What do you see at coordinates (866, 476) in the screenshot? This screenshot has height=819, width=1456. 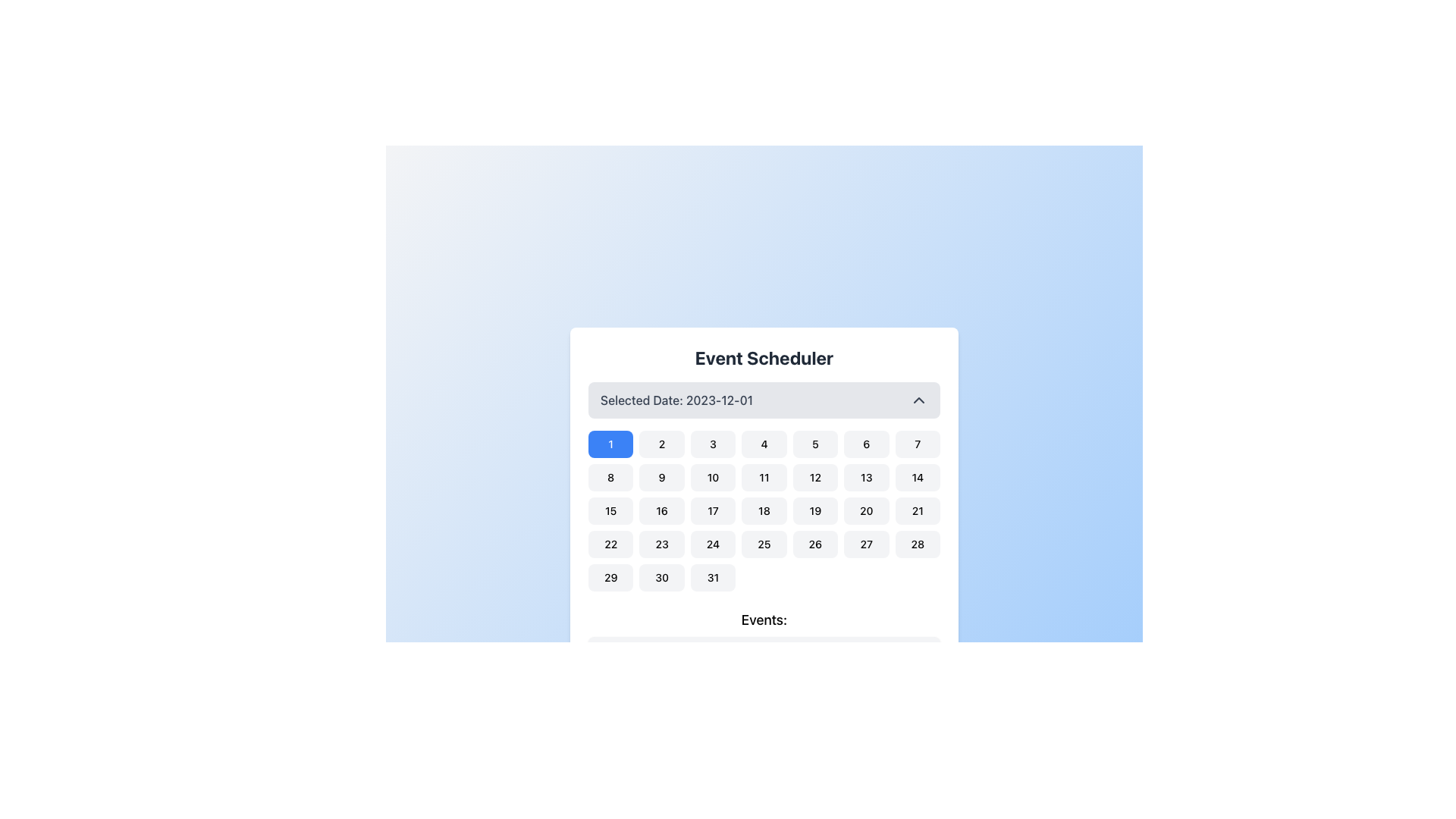 I see `the button labeled '13' which is a rounded rectangular shape on a light gray background, located under the 'Event Scheduler' header in the calendar view` at bounding box center [866, 476].